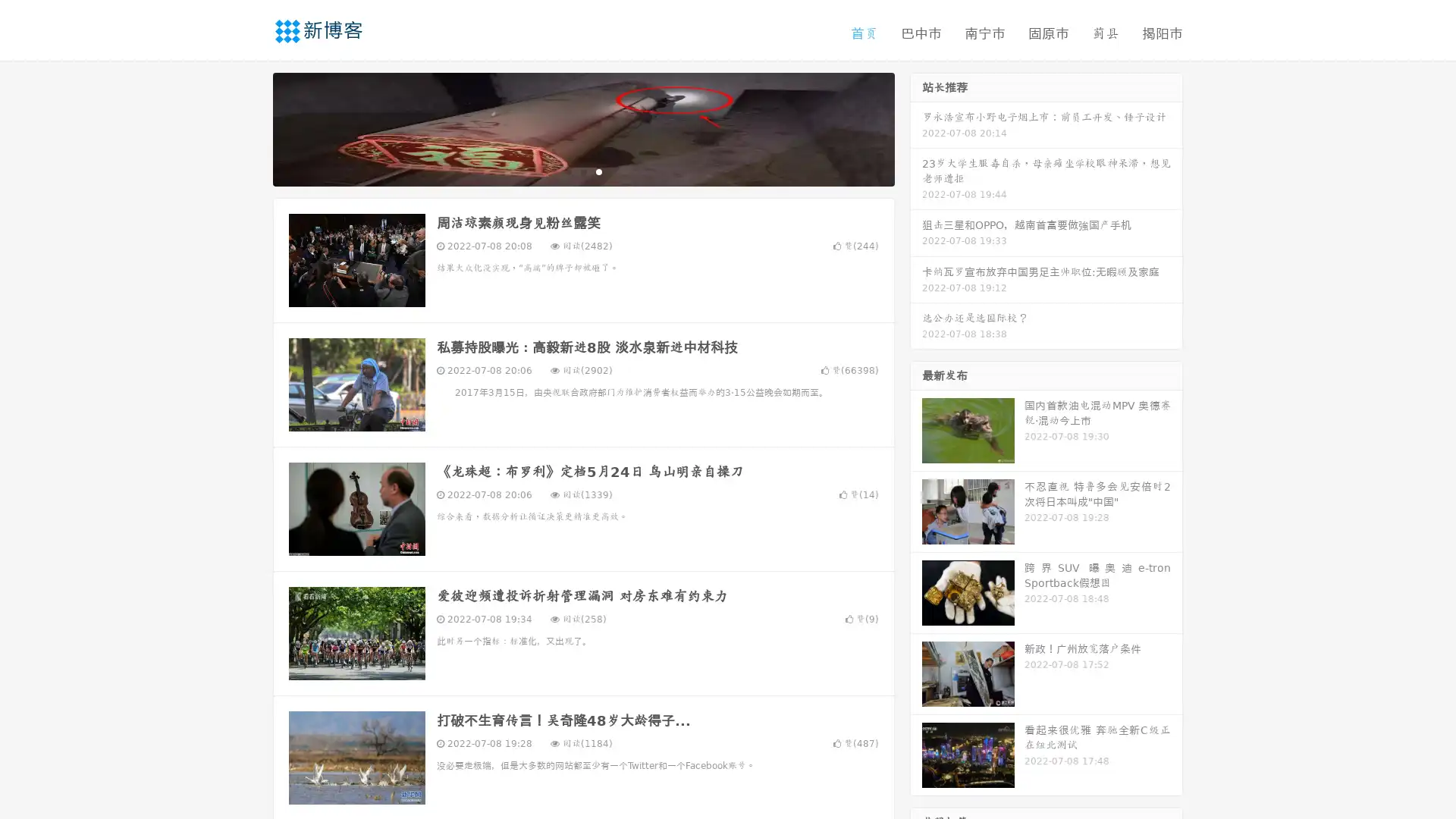 This screenshot has height=819, width=1456. What do you see at coordinates (567, 171) in the screenshot?
I see `Go to slide 1` at bounding box center [567, 171].